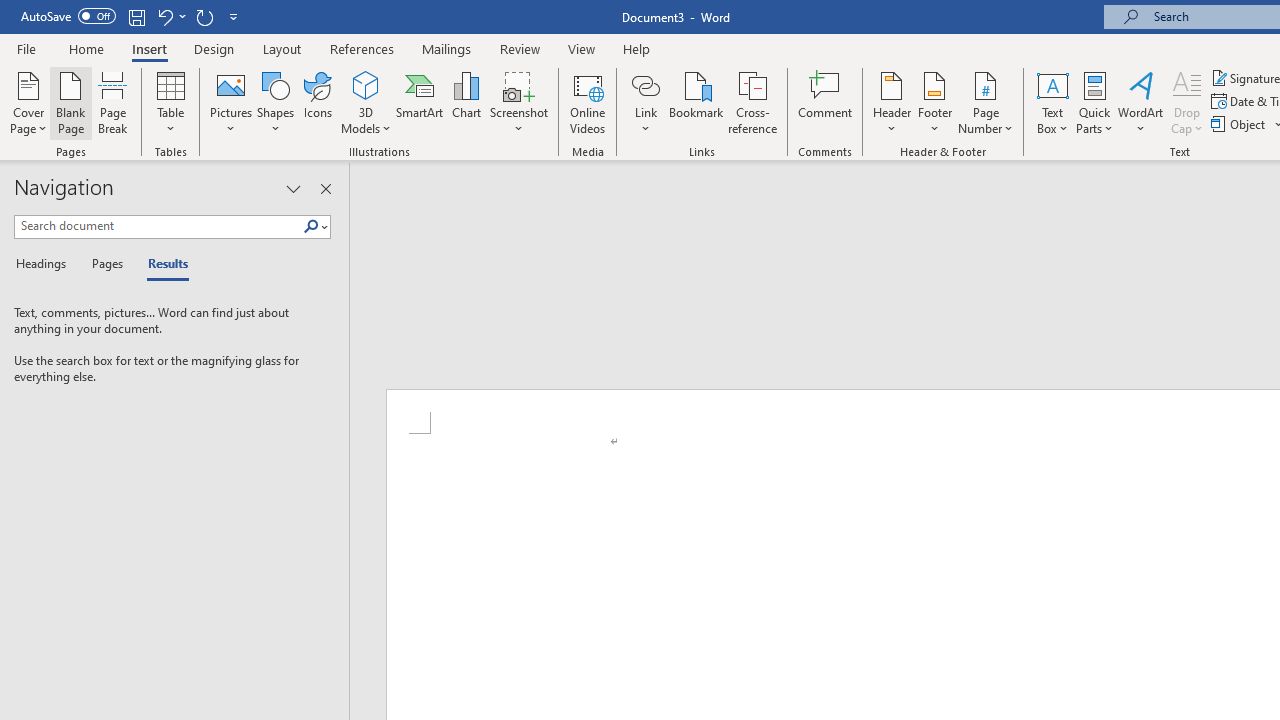  I want to click on 'Comment', so click(825, 103).